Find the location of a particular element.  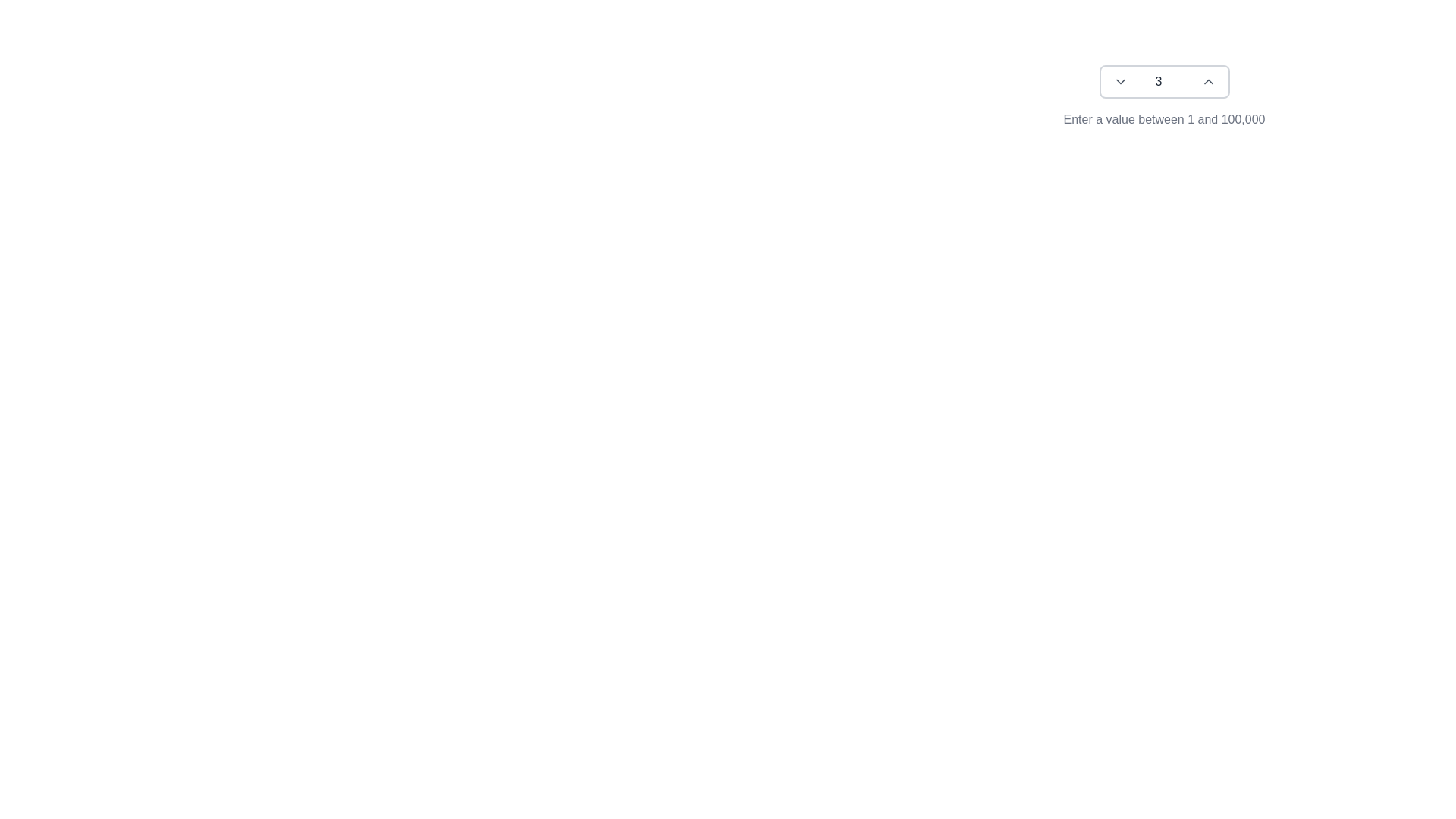

the increment button located at the far right of the numerical input field is located at coordinates (1207, 82).